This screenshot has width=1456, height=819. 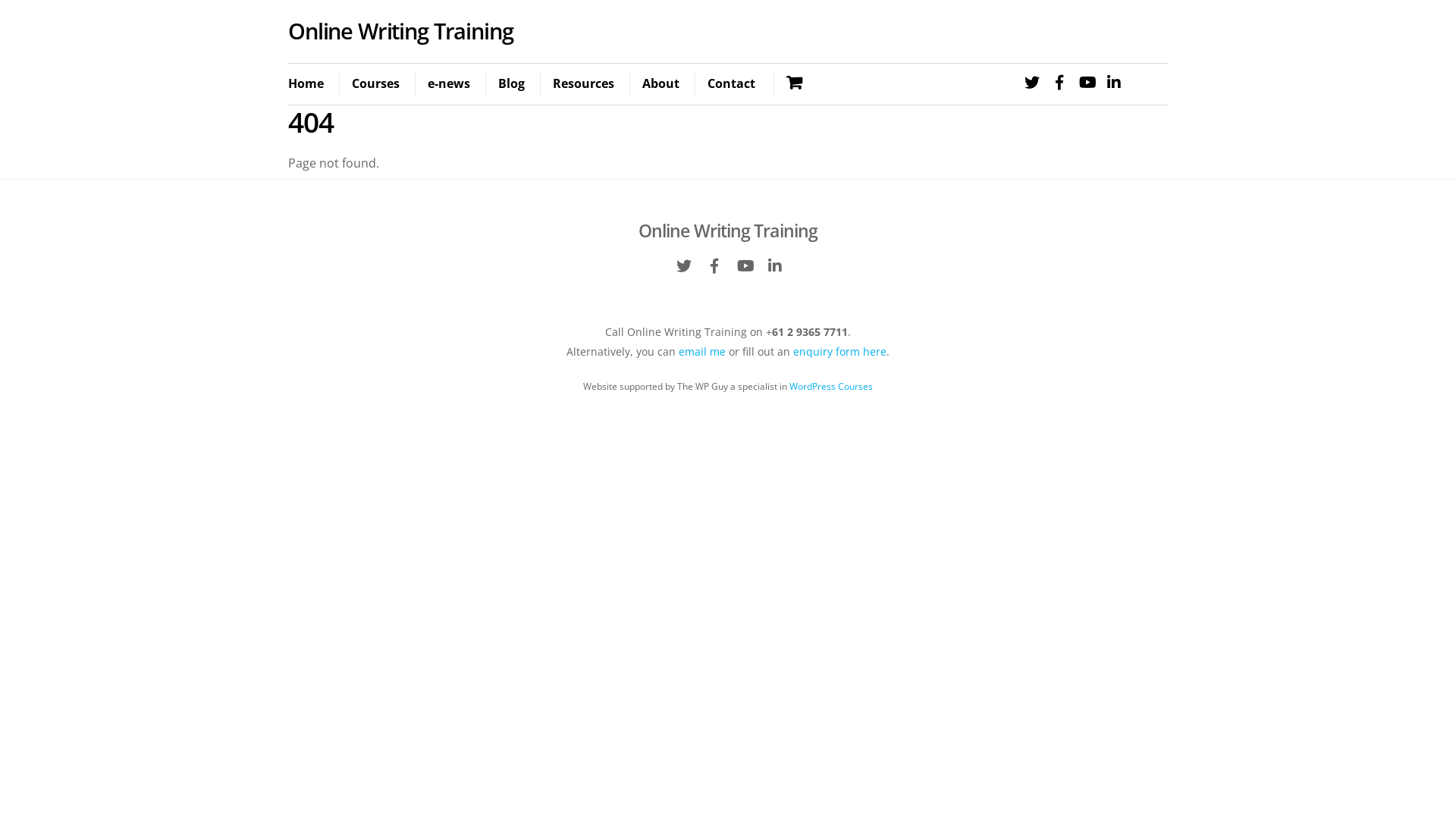 What do you see at coordinates (311, 84) in the screenshot?
I see `'Home'` at bounding box center [311, 84].